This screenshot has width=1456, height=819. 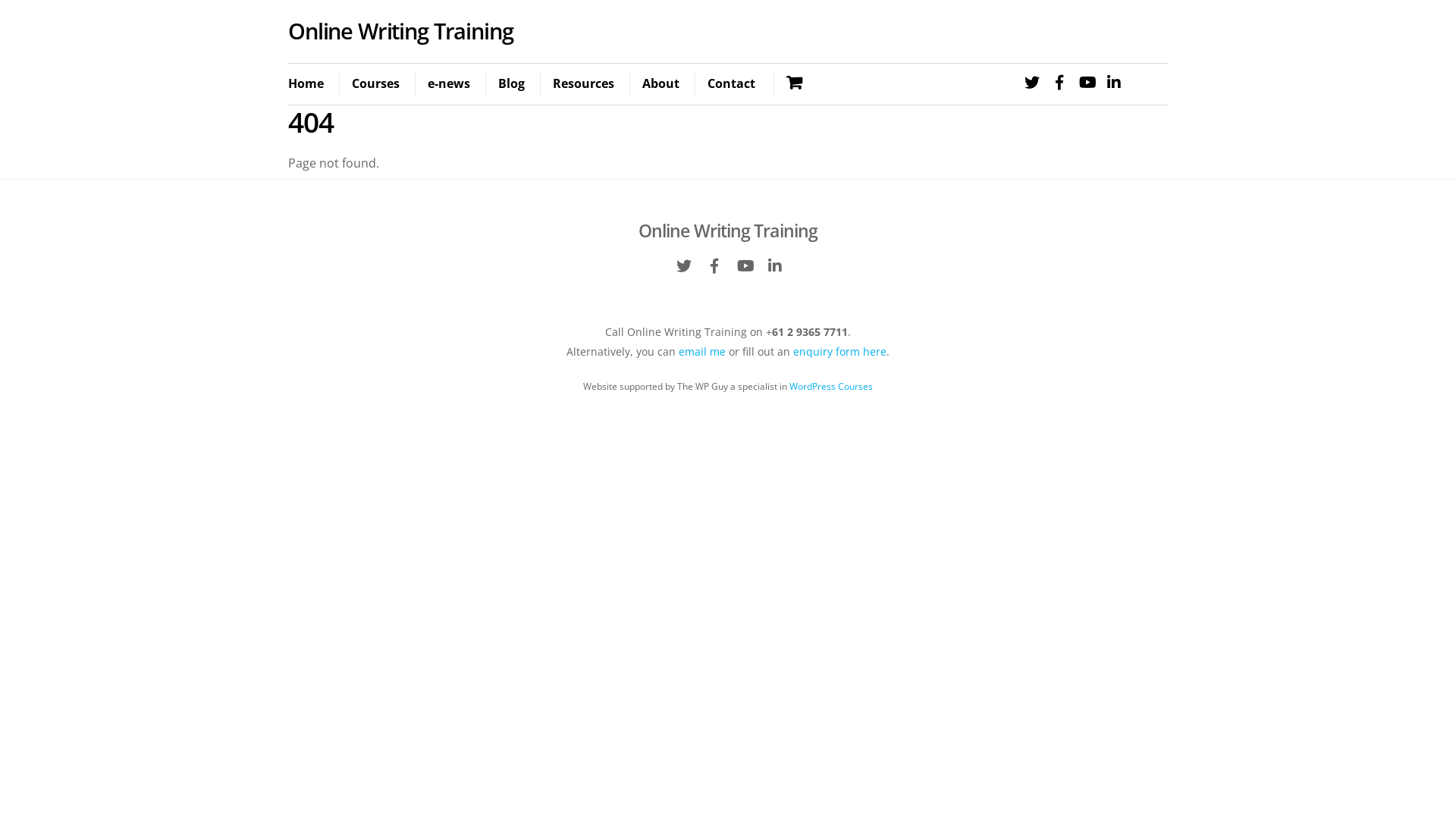 What do you see at coordinates (311, 84) in the screenshot?
I see `'Home'` at bounding box center [311, 84].